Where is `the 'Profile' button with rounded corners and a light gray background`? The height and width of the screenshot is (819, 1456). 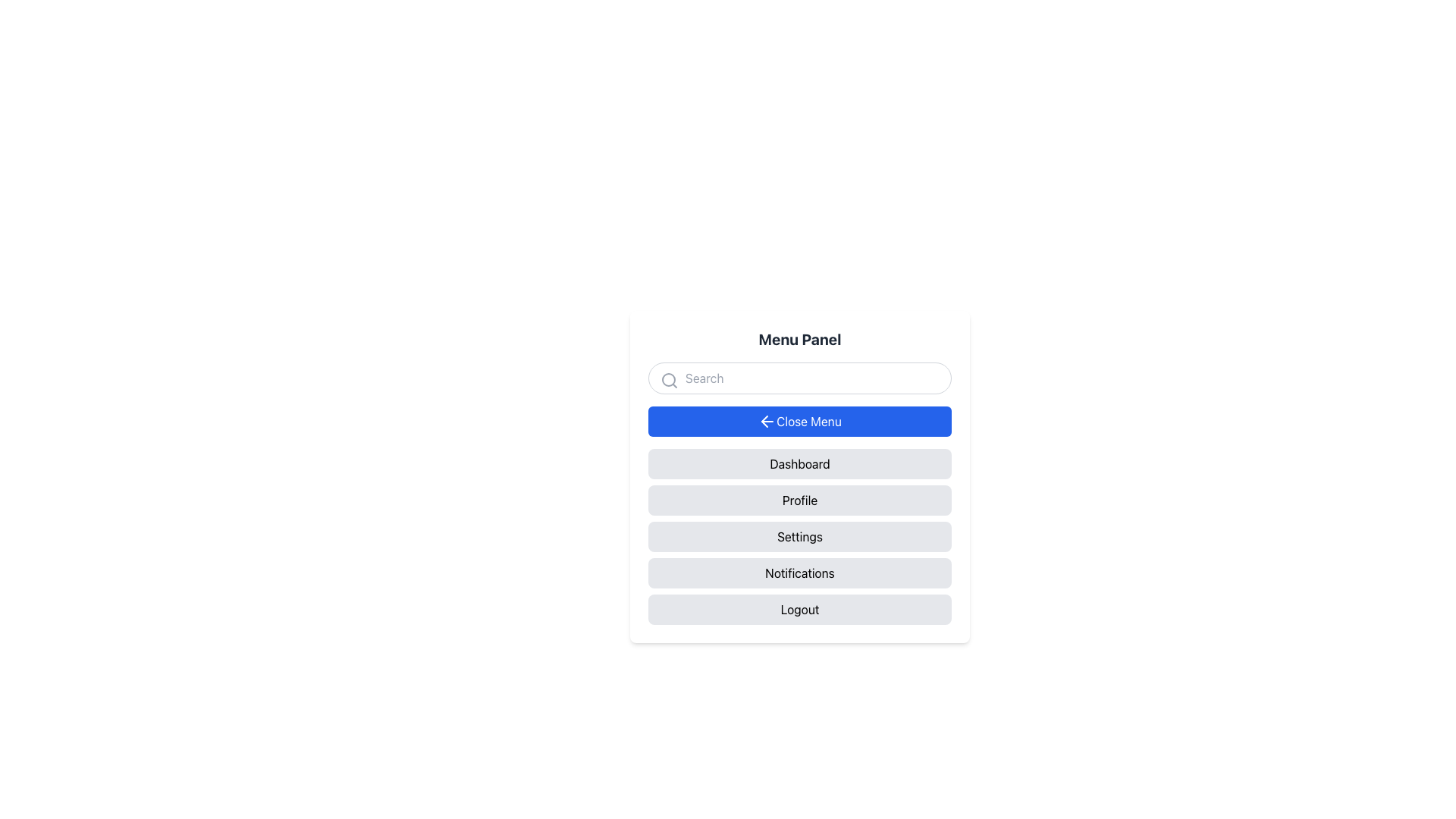
the 'Profile' button with rounded corners and a light gray background is located at coordinates (799, 500).